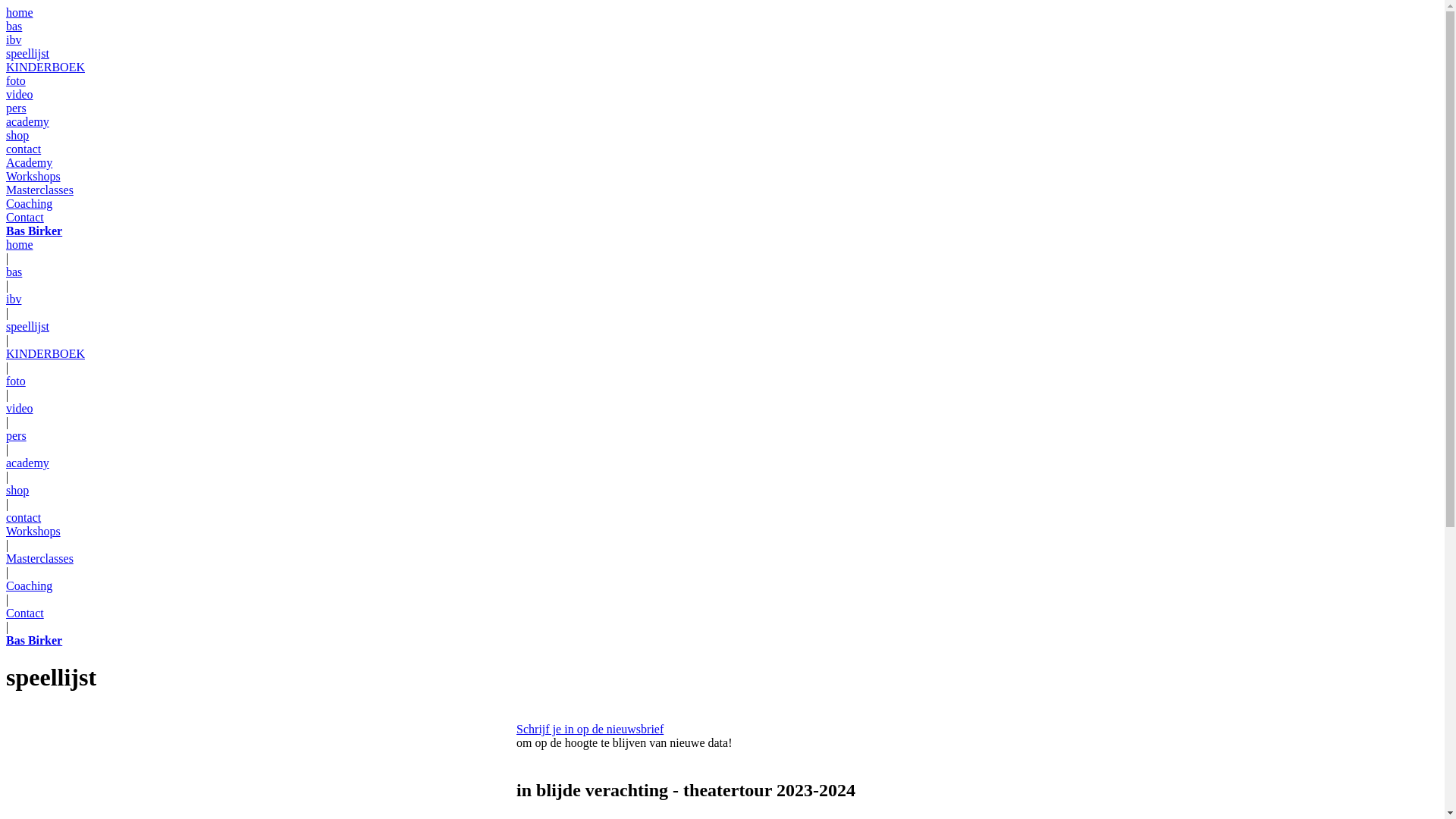  I want to click on 'KINDERBOEK', so click(45, 66).